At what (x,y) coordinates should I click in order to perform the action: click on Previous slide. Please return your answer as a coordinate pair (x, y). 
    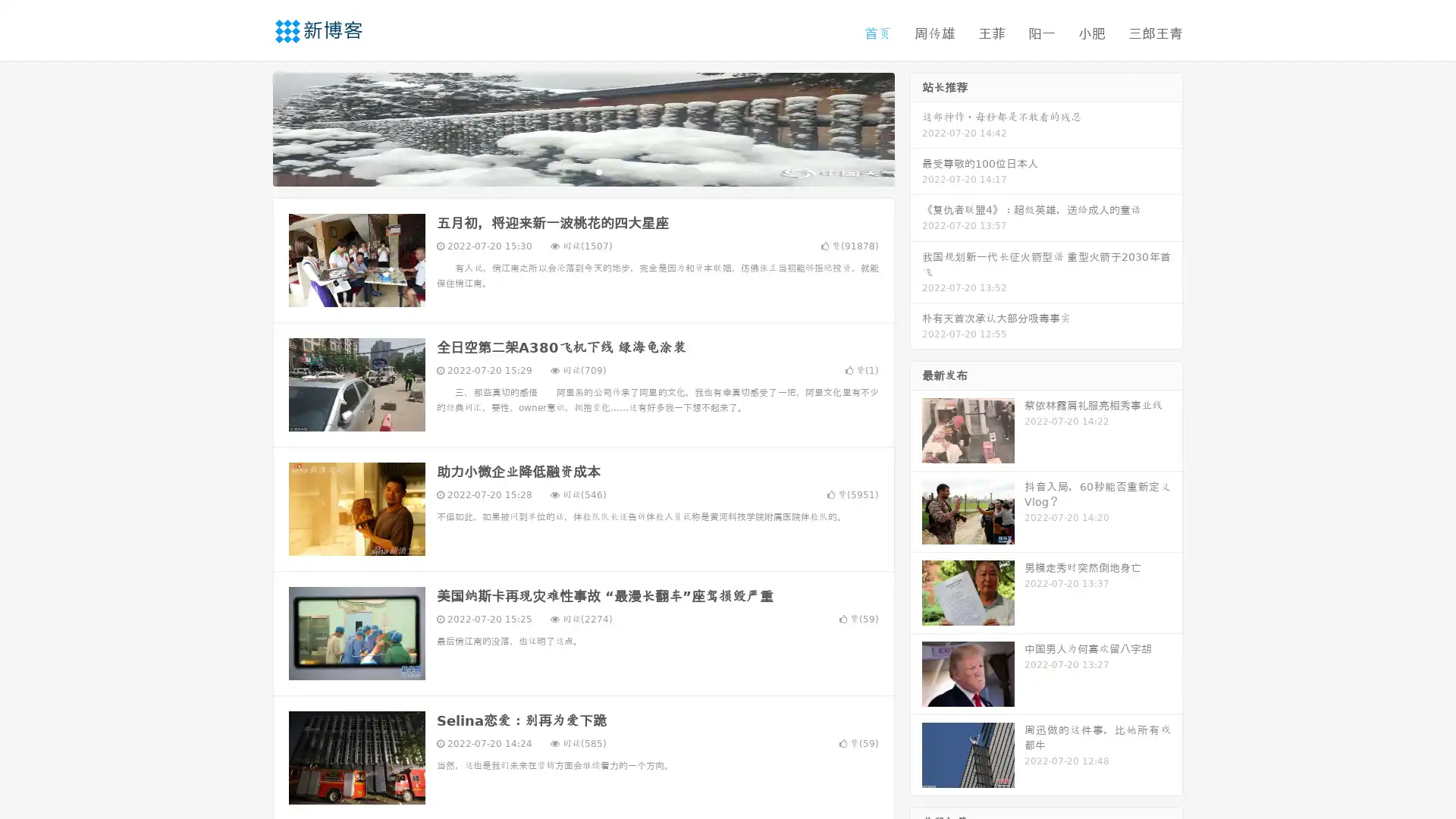
    Looking at the image, I should click on (250, 127).